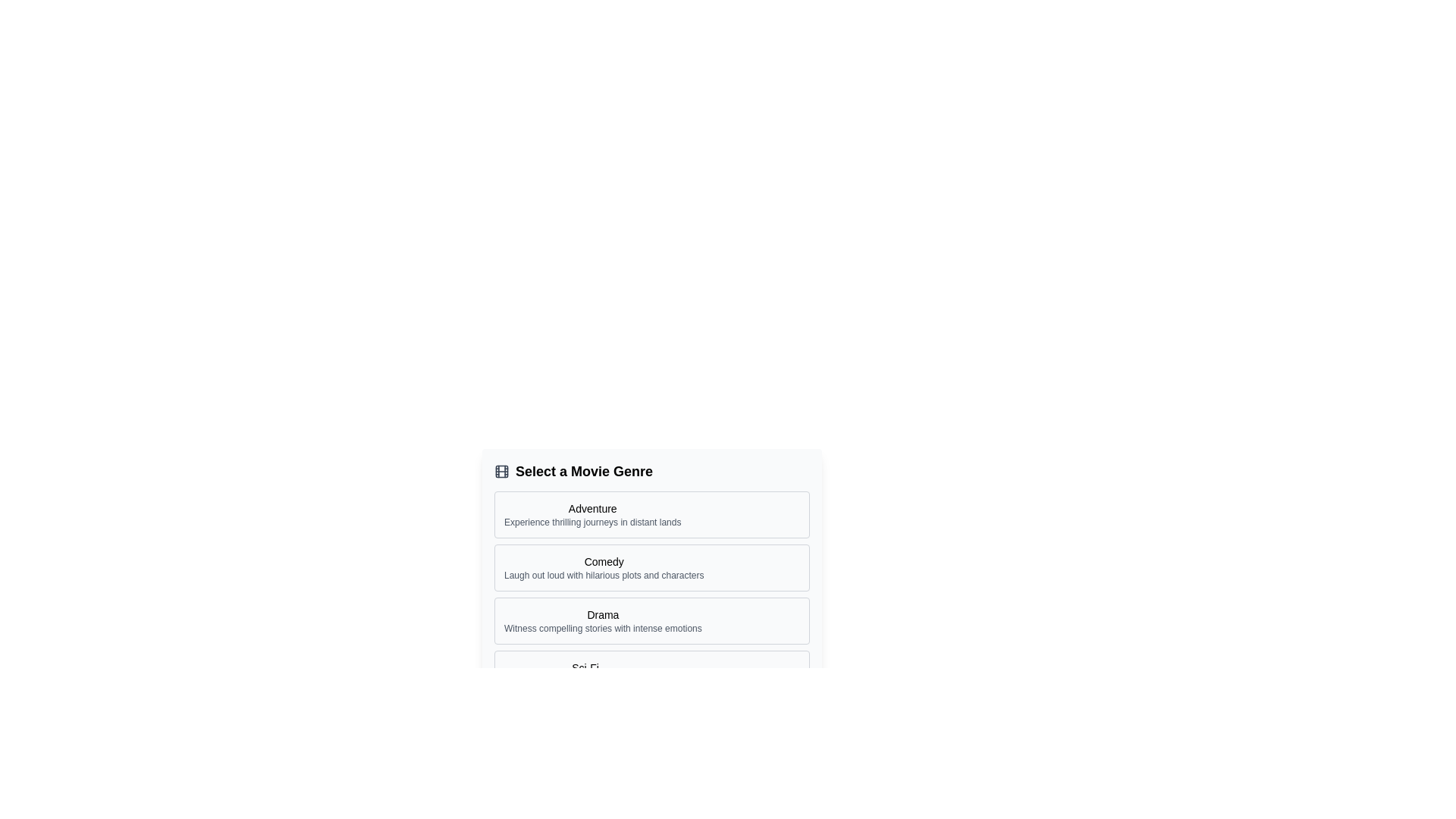 This screenshot has height=819, width=1456. Describe the element at coordinates (651, 567) in the screenshot. I see `the 'Comedy' movie genre card, which is the second card in the vertical stack of four cards labeled 'Adventure', 'Comedy', 'Drama', and 'Sci-Fi'` at that location.